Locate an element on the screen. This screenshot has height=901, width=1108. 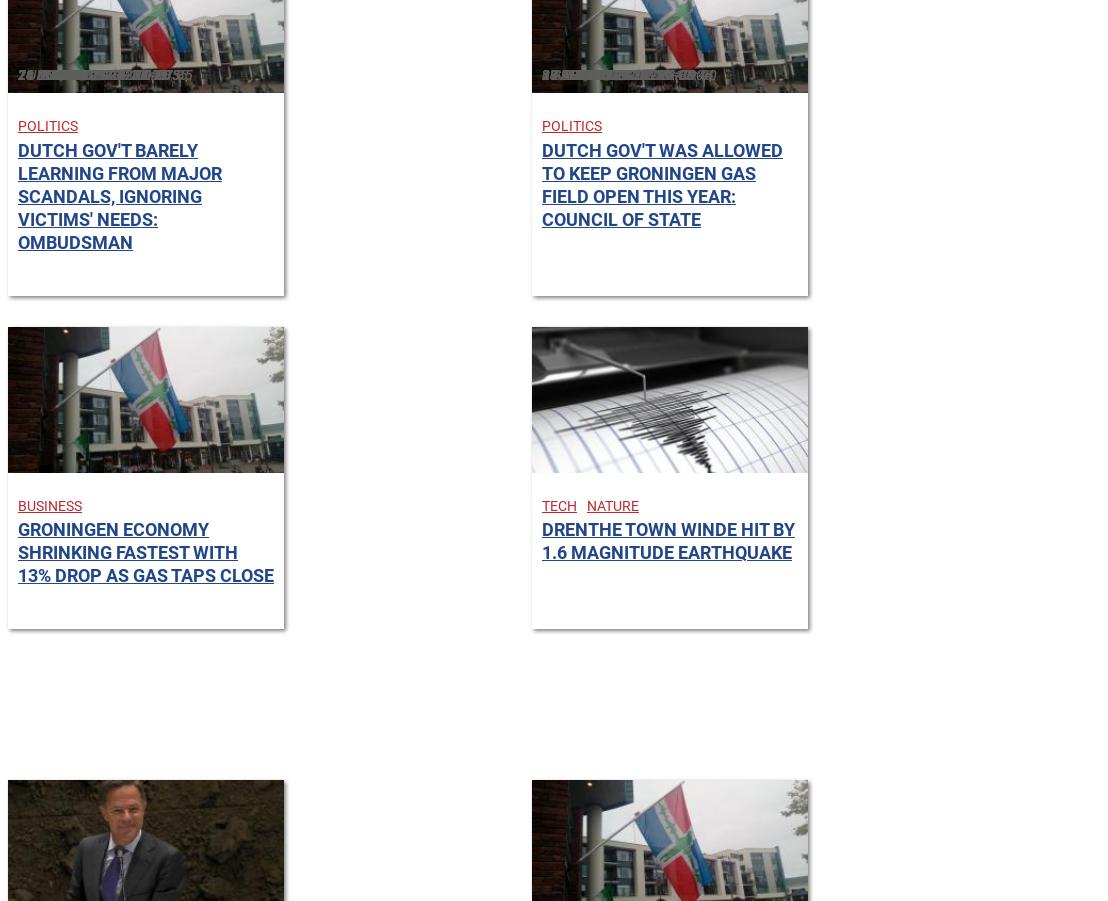
'Dutch gov't barely learning from major scandals, ignoring victims' needs: Ombudsman' is located at coordinates (119, 194).